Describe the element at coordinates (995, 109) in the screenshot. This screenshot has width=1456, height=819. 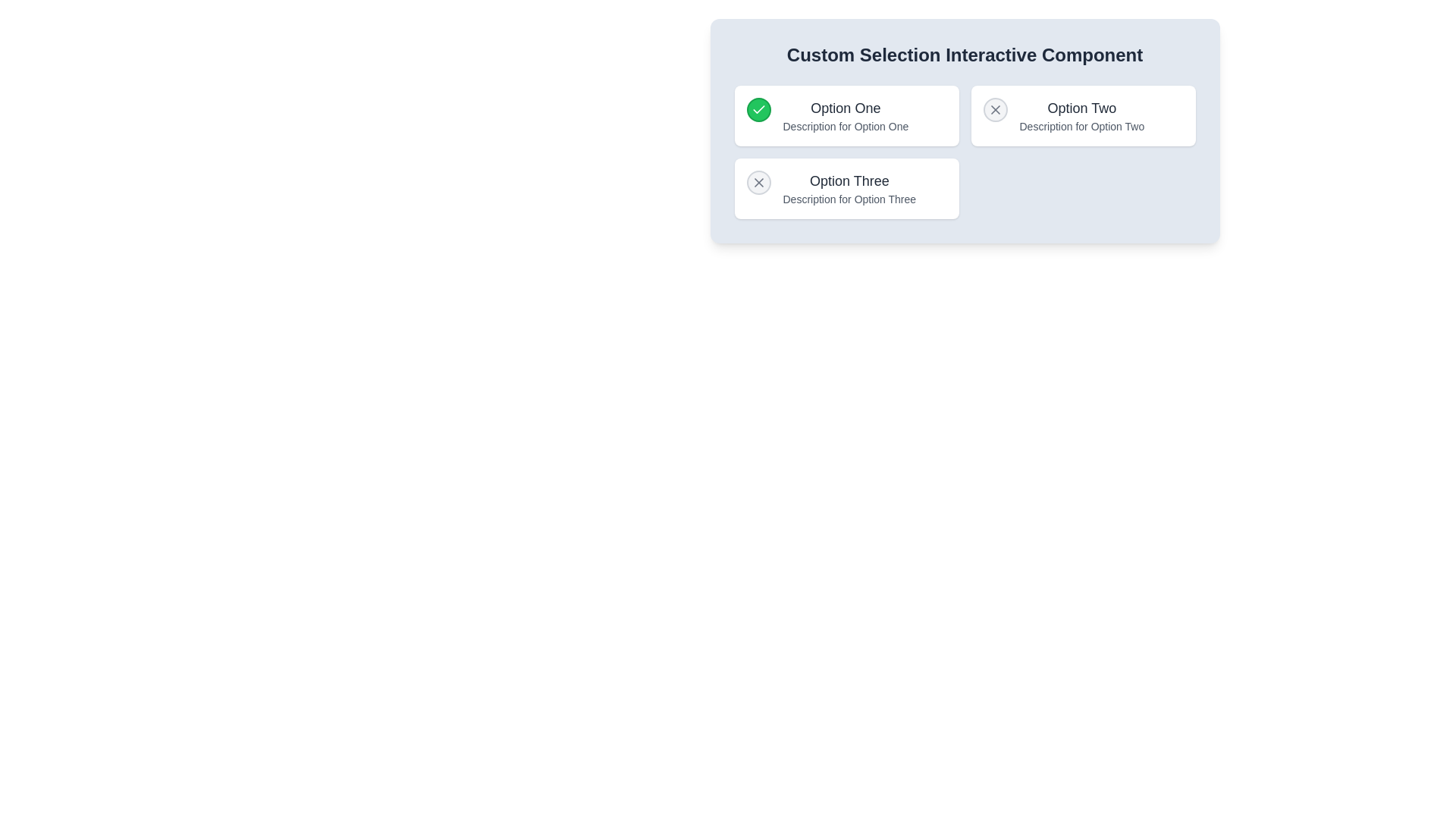
I see `the small X-shaped icon located in the top-right corner of the interface, specifically within the 'Option Two' section of the selection component` at that location.